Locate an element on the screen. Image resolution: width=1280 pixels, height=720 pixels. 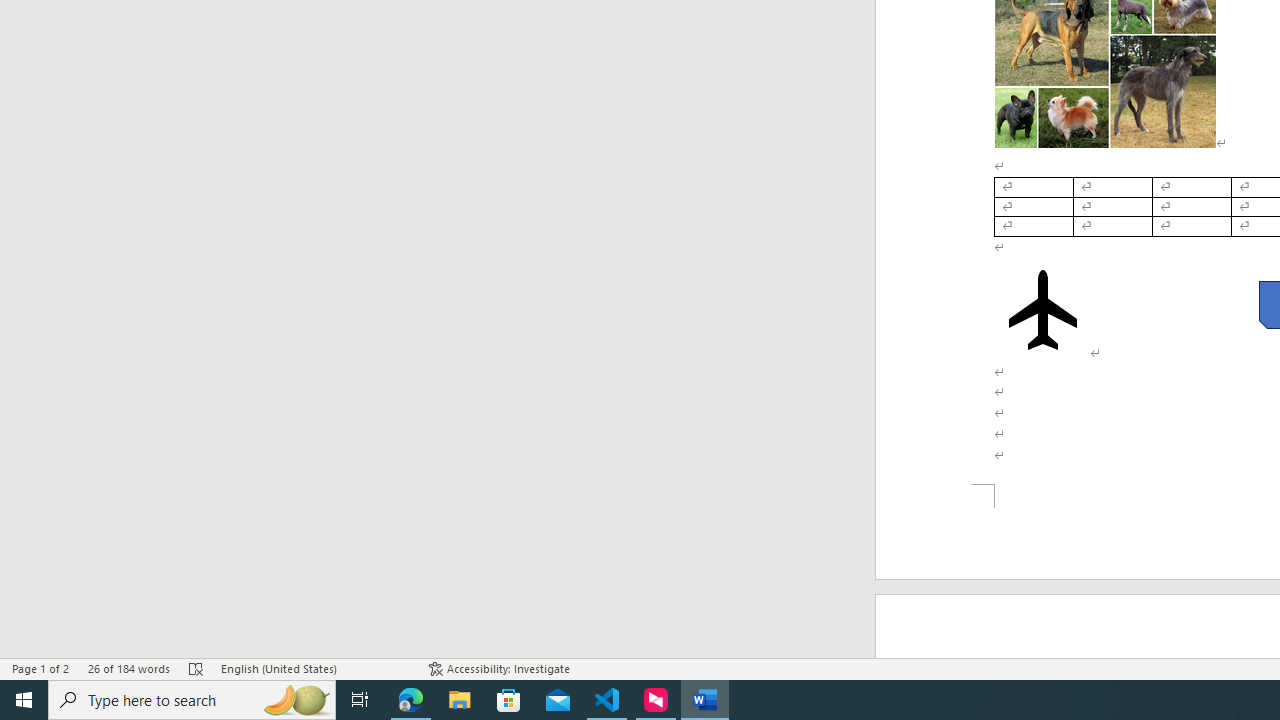
'Language English (United States)' is located at coordinates (314, 669).